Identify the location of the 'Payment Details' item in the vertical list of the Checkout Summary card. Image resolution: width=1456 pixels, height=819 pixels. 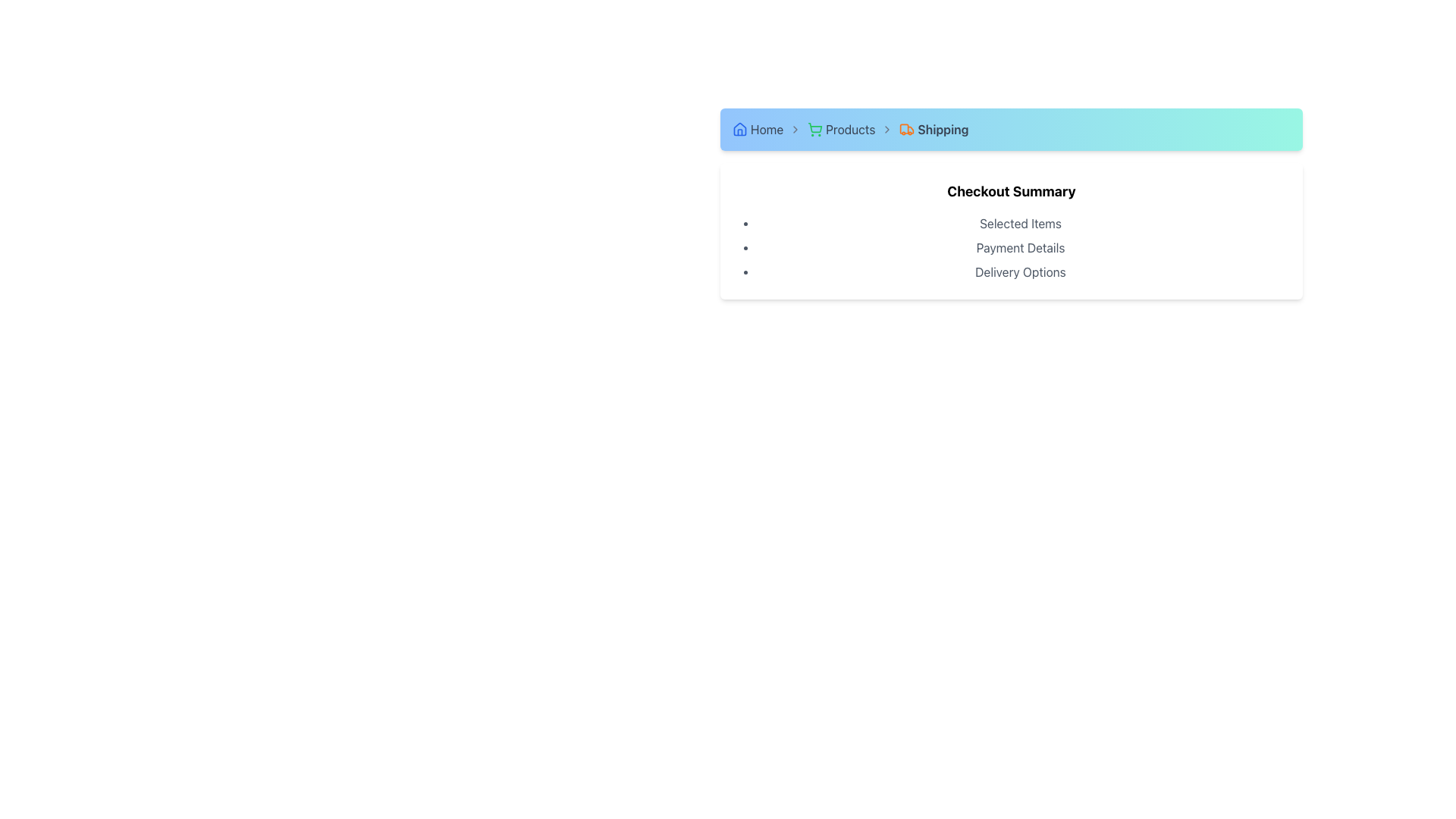
(1012, 247).